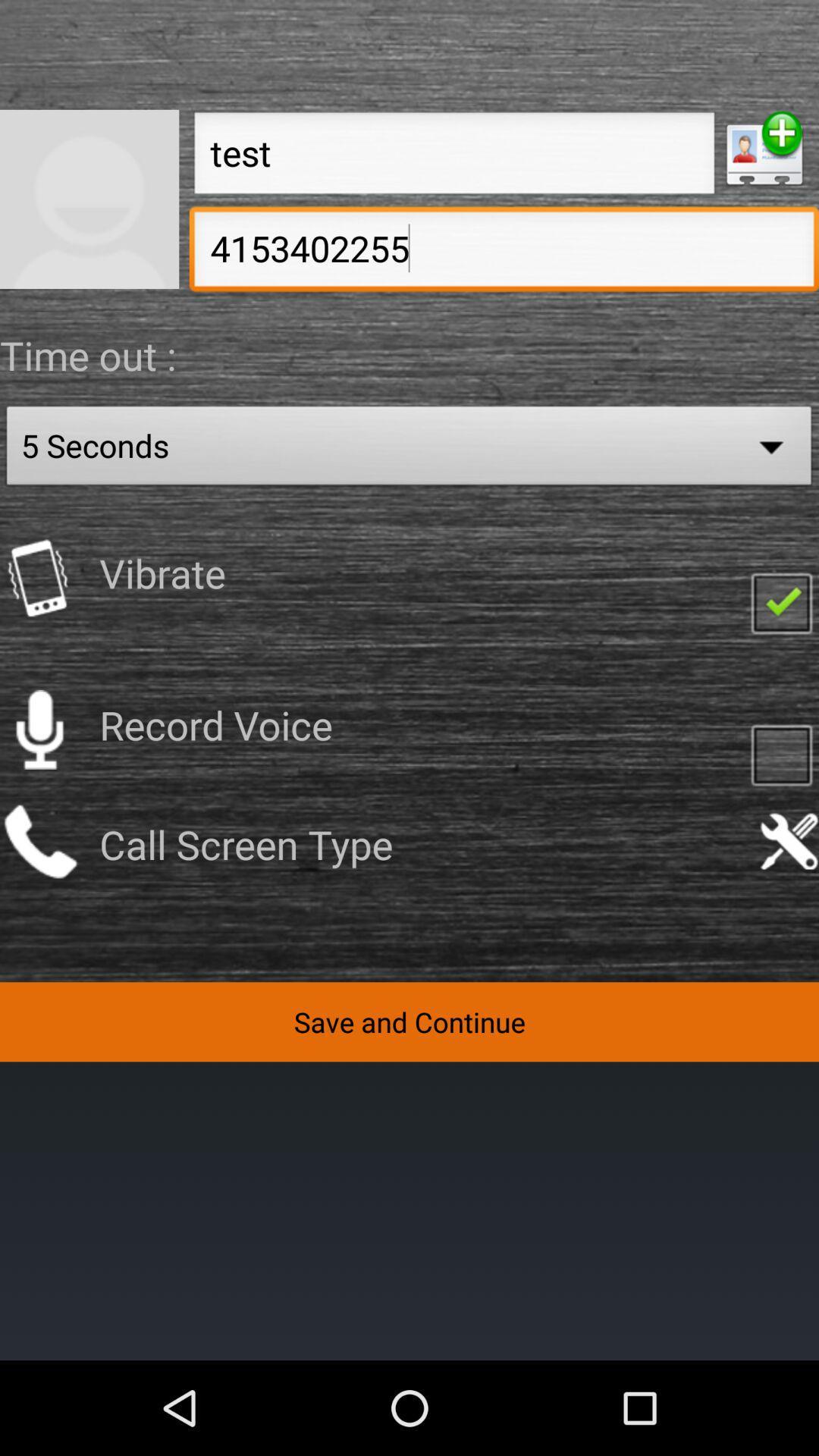 The height and width of the screenshot is (1456, 819). I want to click on tools button, so click(788, 841).